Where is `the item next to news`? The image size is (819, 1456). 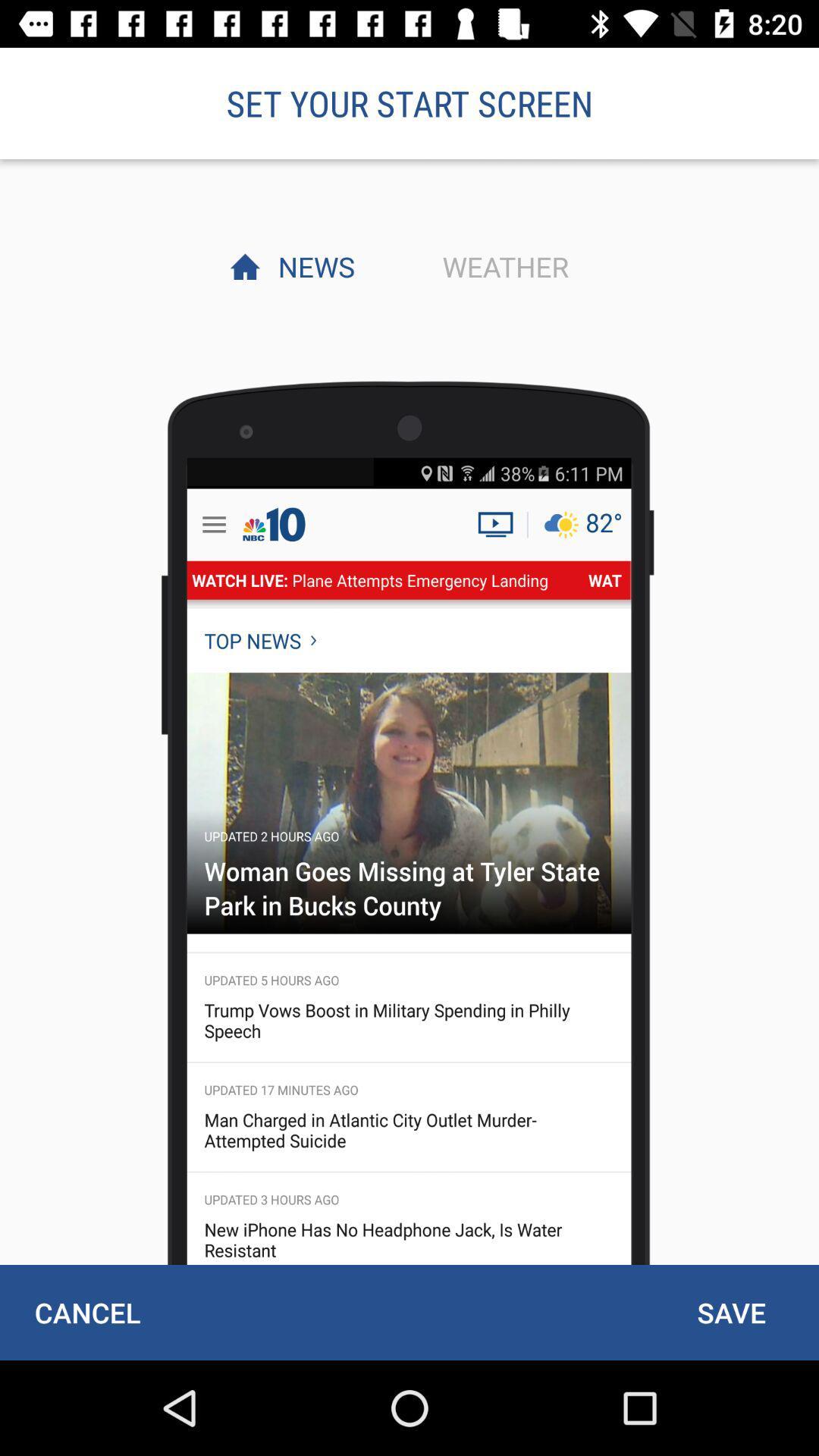 the item next to news is located at coordinates (501, 266).